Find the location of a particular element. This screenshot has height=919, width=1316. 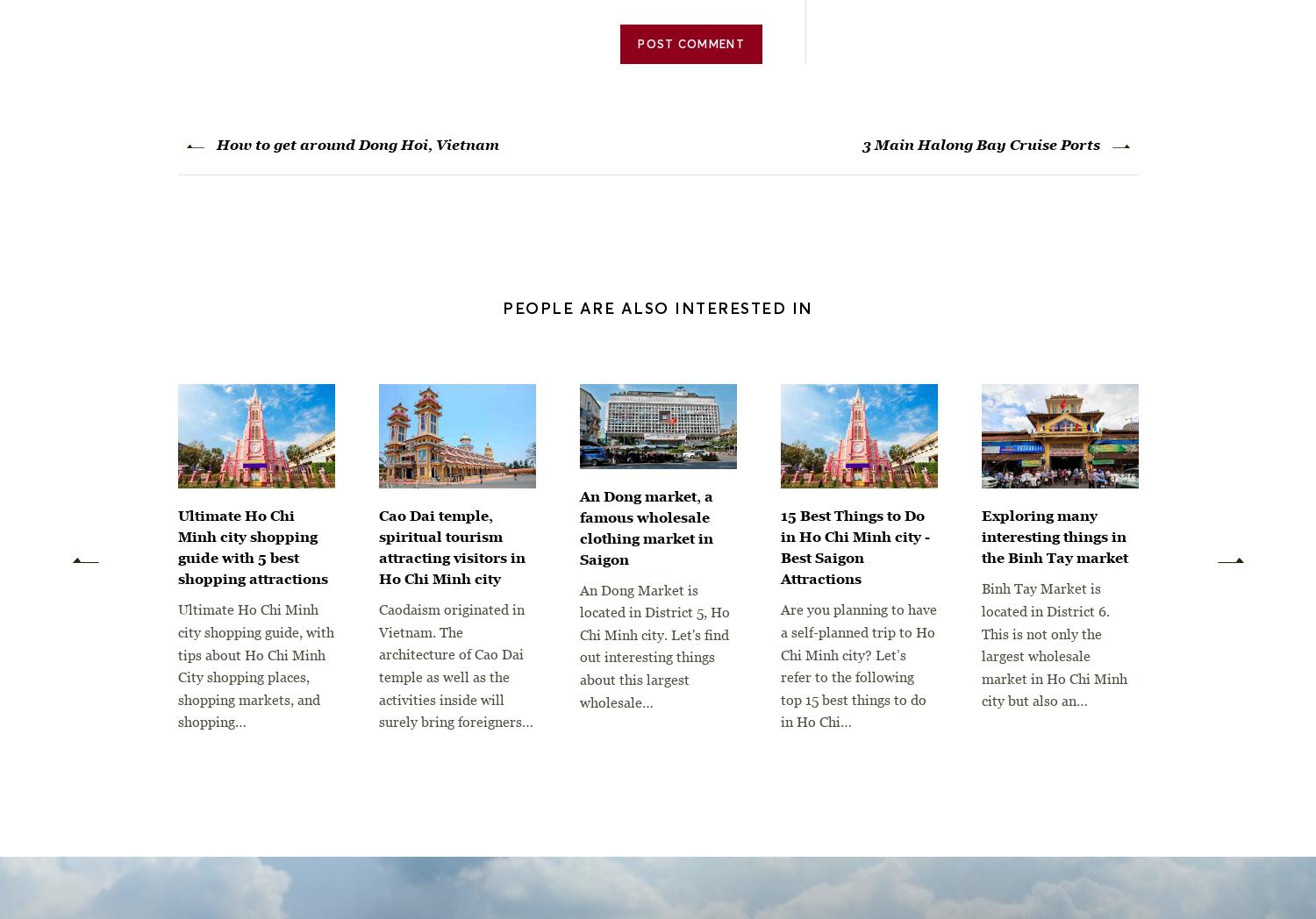

'Ultimate Ho Chi Minh city shopping guide with 5 best shopping attractions' is located at coordinates (252, 546).